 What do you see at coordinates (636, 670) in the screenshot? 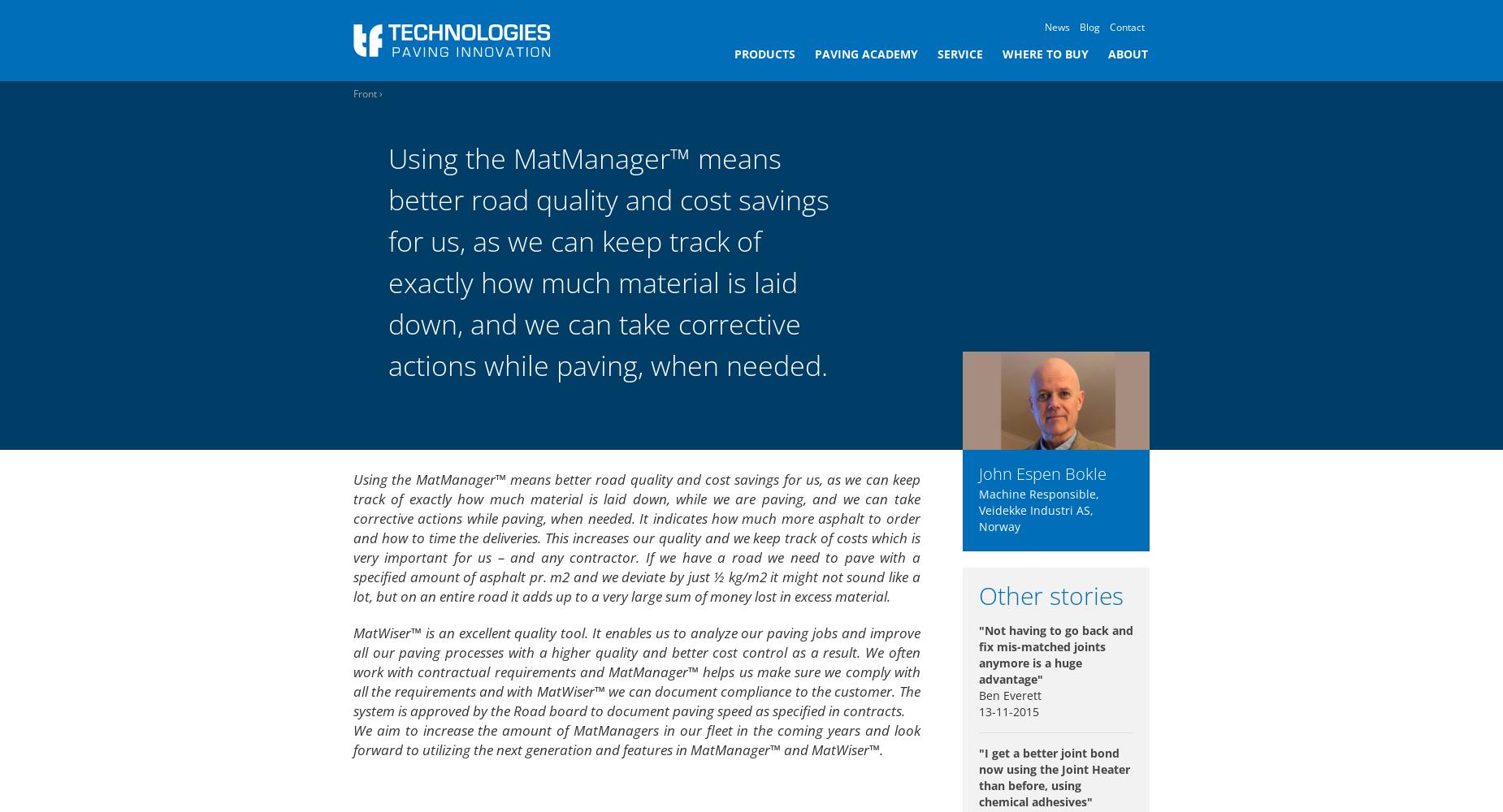
I see `'MatWiser™ is an excellent quality tool. It enables us to analyze our paving jobs and improve all our paving processes with a higher quality and better cost control as a result. We often work with contractual requirements and MatManager™ helps us make sure we comply with all the requirements and with MatWiser™ we can document compliance to the customer. The system is approved by the Road board to document paving speed as specified in contracts.'` at bounding box center [636, 670].